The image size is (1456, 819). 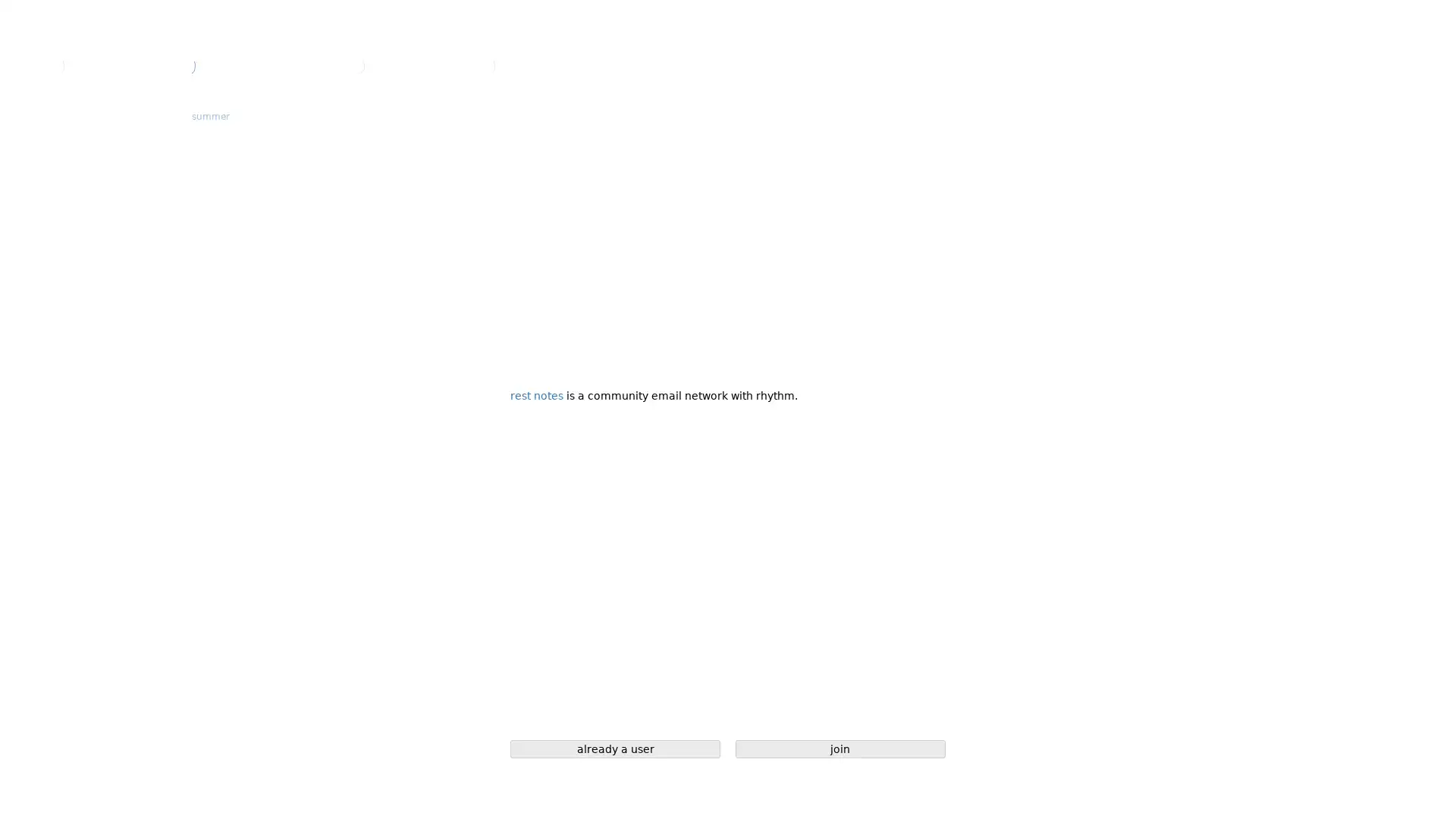 I want to click on join, so click(x=839, y=748).